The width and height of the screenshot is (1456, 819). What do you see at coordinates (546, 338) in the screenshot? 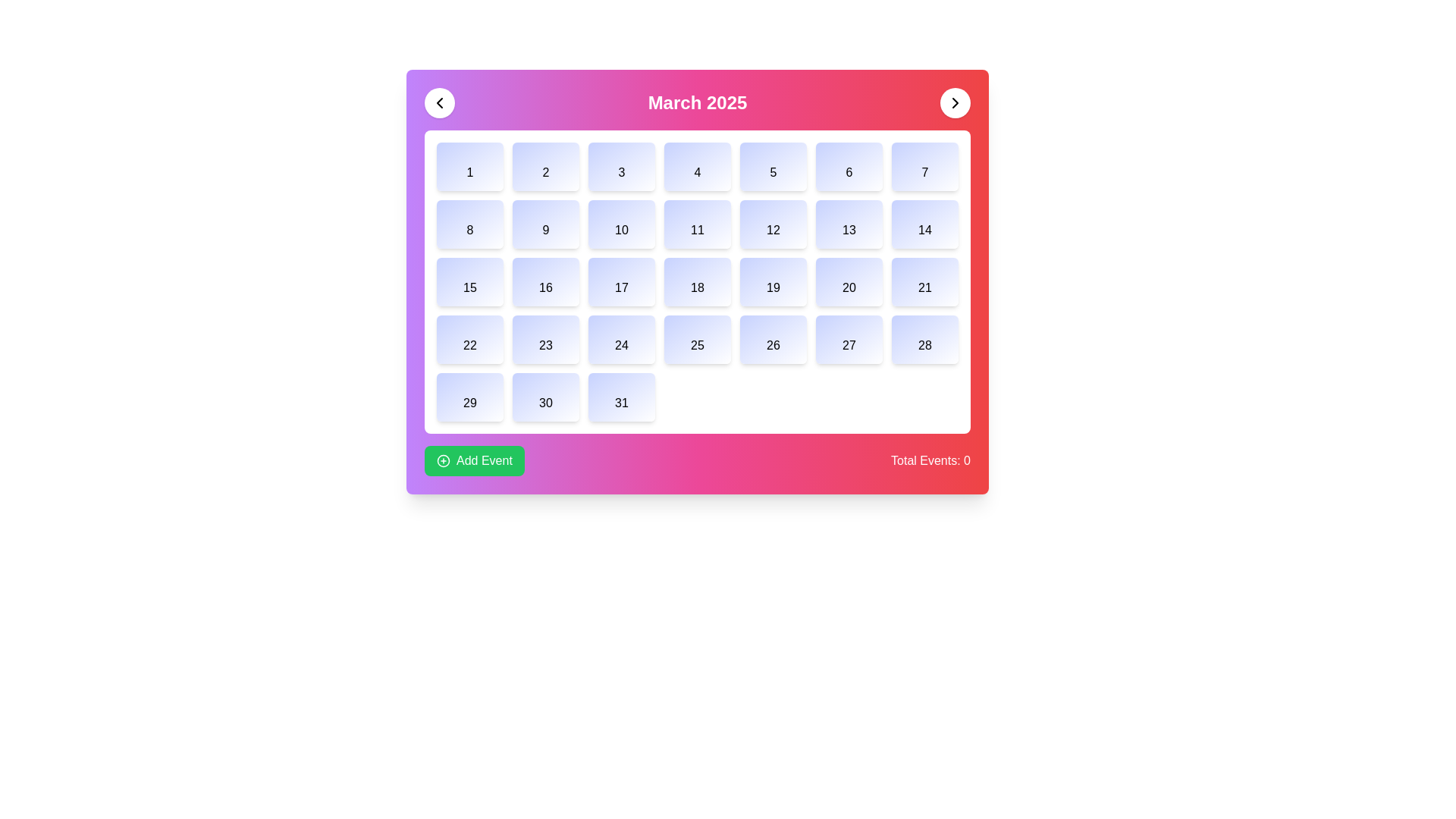
I see `the calendar date cell displaying '23'` at bounding box center [546, 338].